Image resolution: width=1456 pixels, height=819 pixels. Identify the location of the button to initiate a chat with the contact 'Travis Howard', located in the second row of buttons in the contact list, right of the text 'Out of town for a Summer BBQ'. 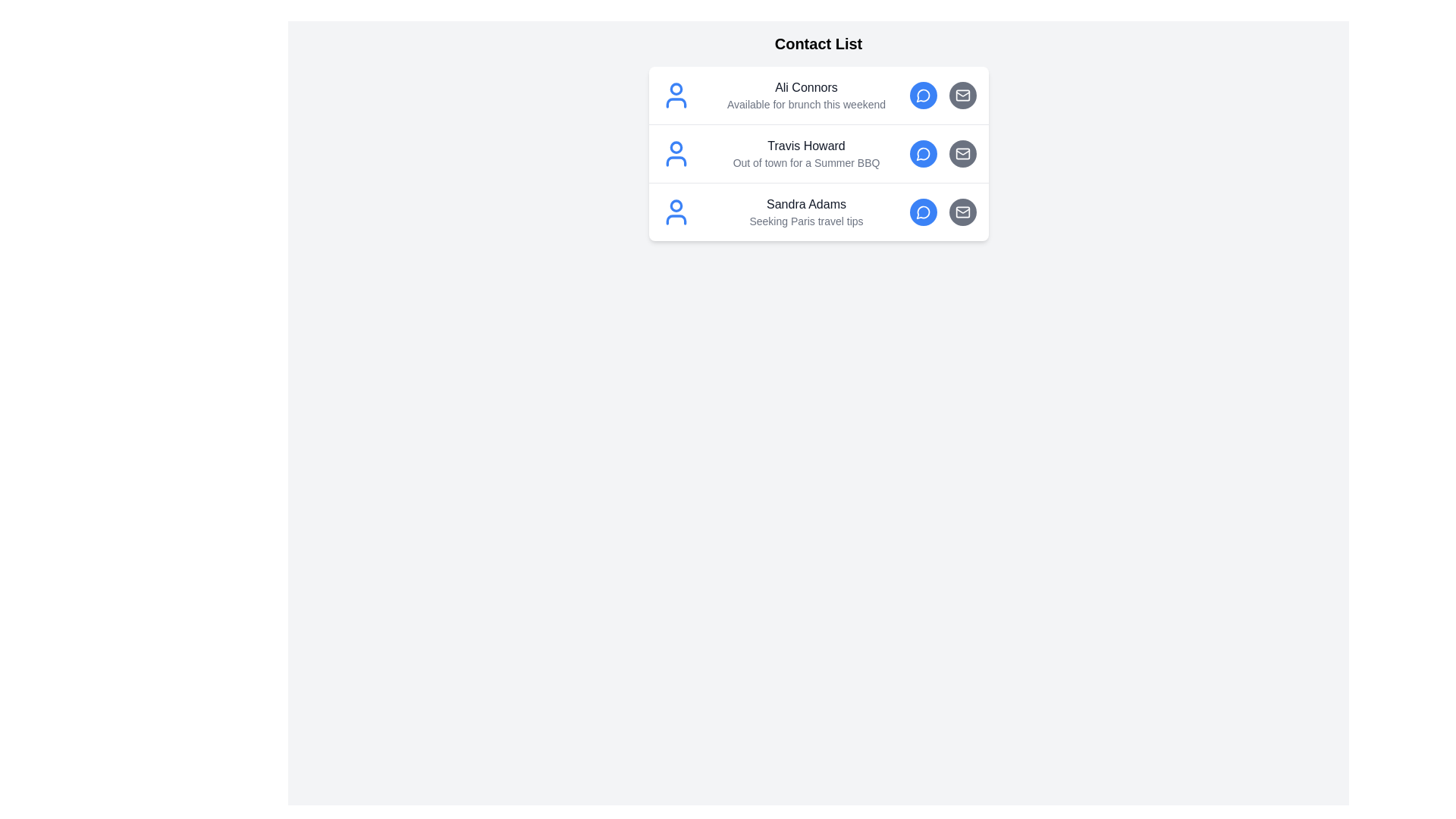
(922, 154).